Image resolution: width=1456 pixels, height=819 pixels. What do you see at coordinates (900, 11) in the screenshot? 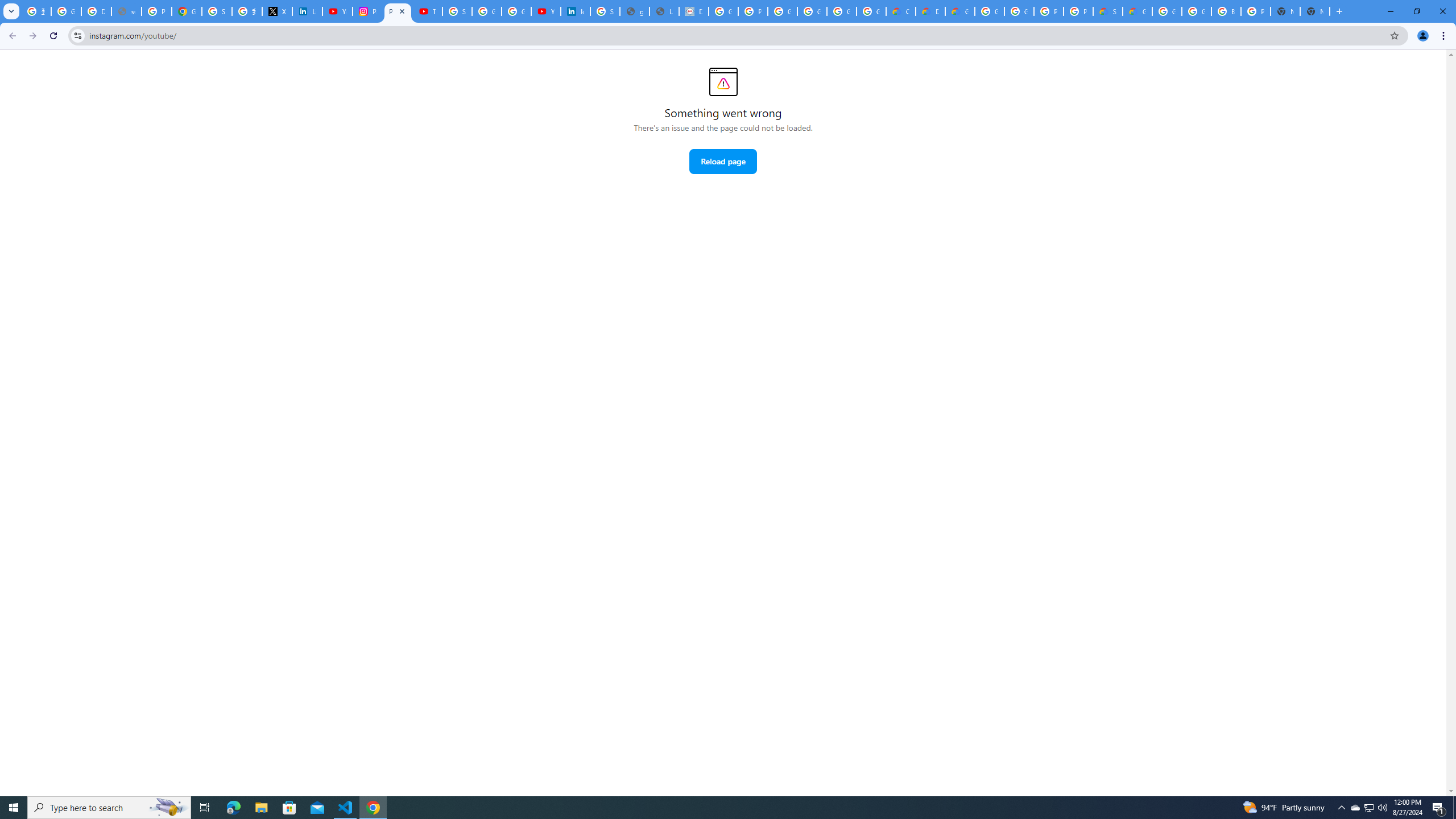
I see `'Customer Care | Google Cloud'` at bounding box center [900, 11].